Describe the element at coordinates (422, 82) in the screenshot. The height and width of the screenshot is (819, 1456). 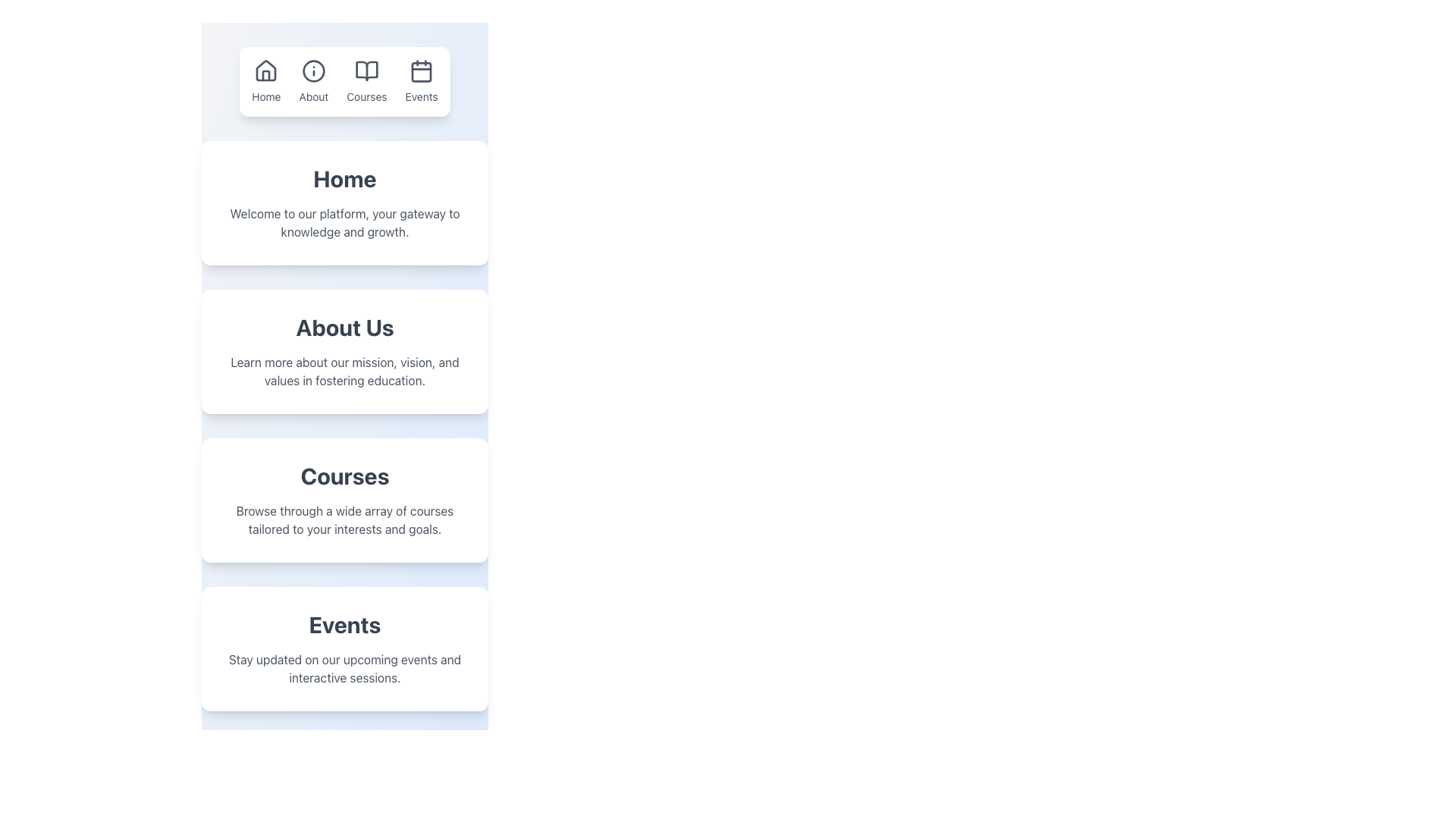
I see `the interactive link with an icon and text in the top navigation bar that navigates to the 'Events' section to activate hover effects` at that location.